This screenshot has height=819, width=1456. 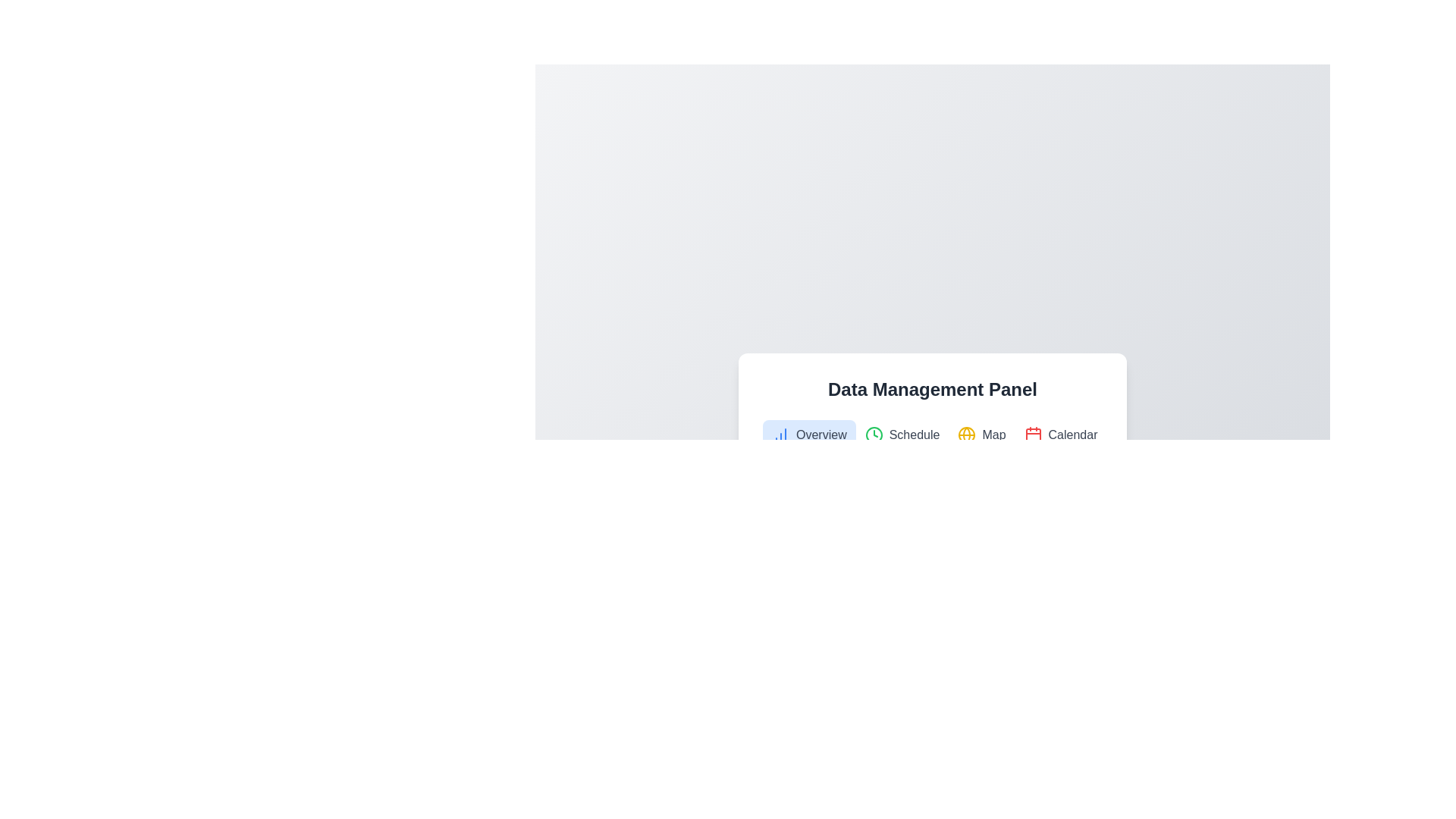 What do you see at coordinates (931, 435) in the screenshot?
I see `the navigation bar located below the 'Data Management Panel' title` at bounding box center [931, 435].